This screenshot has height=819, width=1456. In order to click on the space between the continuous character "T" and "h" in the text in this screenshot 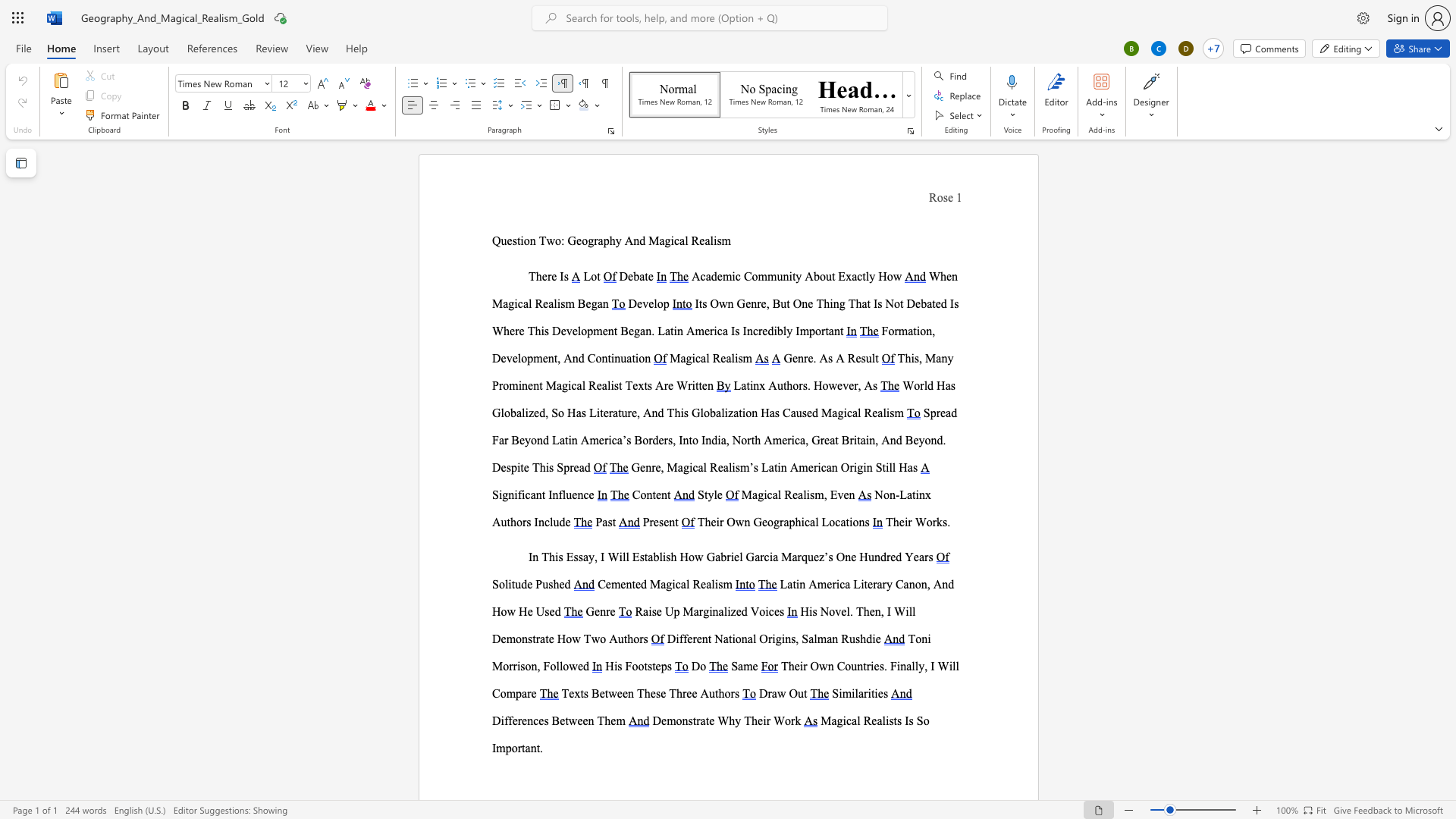, I will do `click(673, 413)`.